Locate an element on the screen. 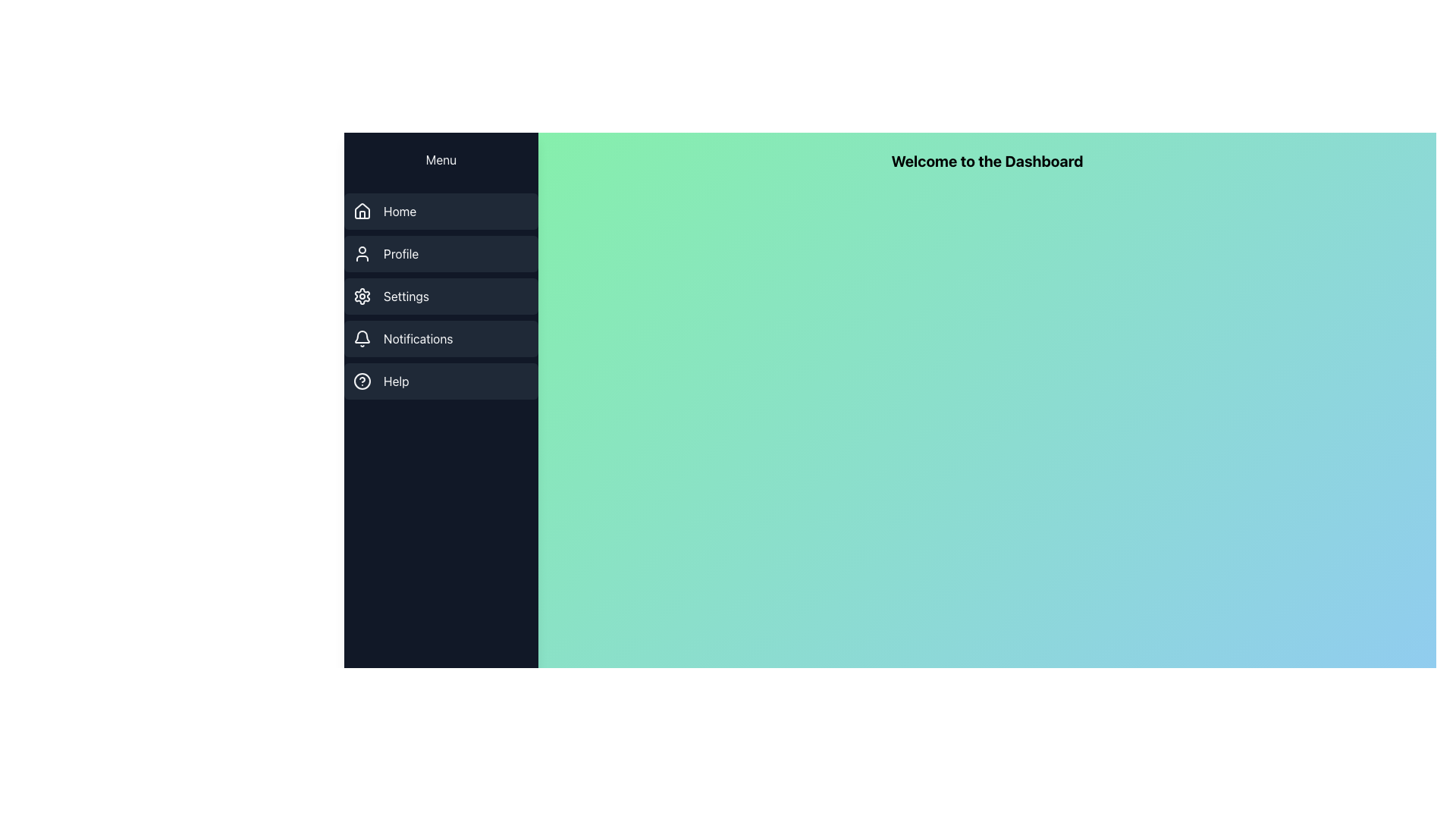  the clickable menu trigger button located at the top of the vertical navigation bar is located at coordinates (440, 160).